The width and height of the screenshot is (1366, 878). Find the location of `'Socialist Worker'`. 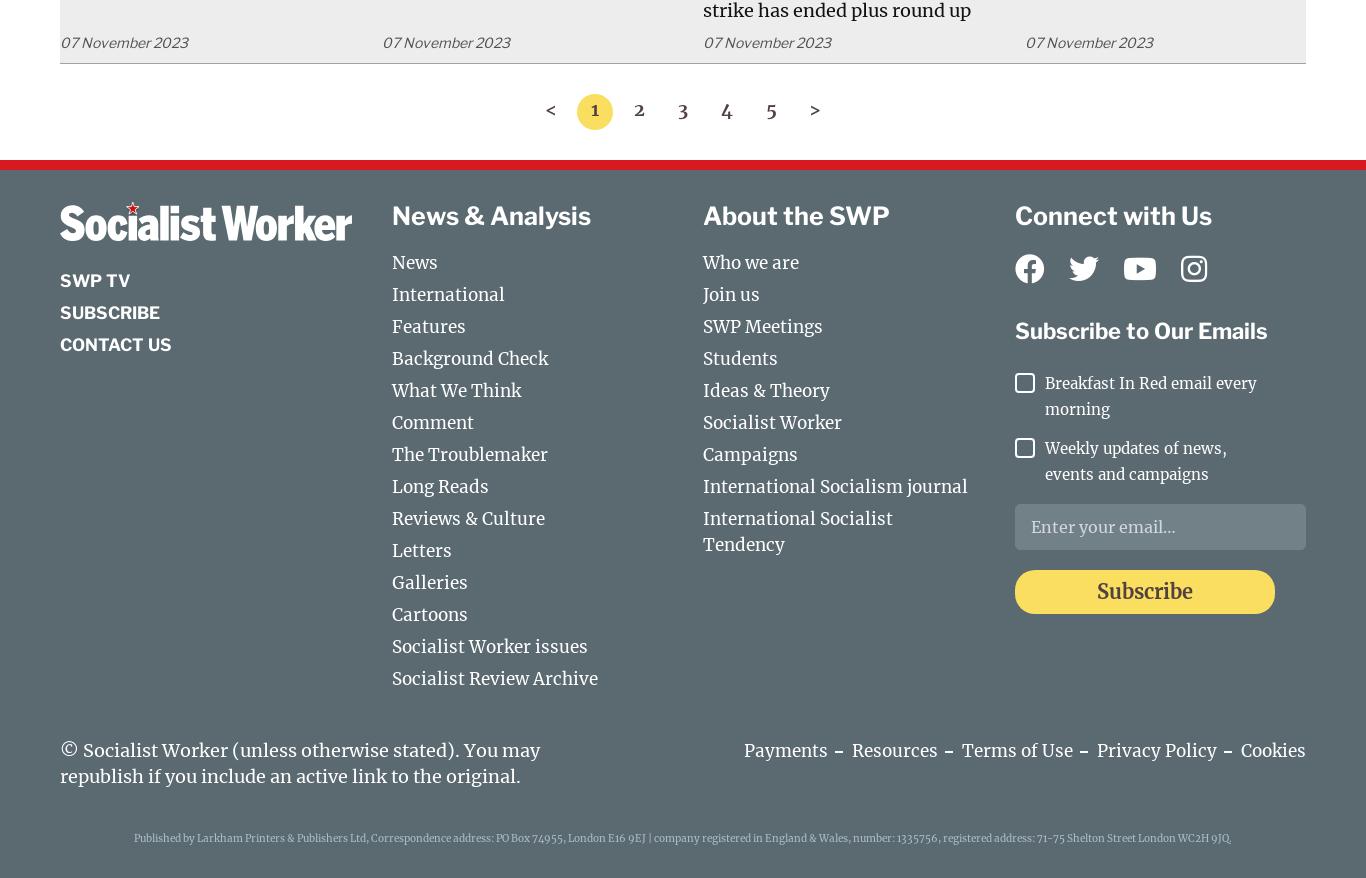

'Socialist Worker' is located at coordinates (772, 421).